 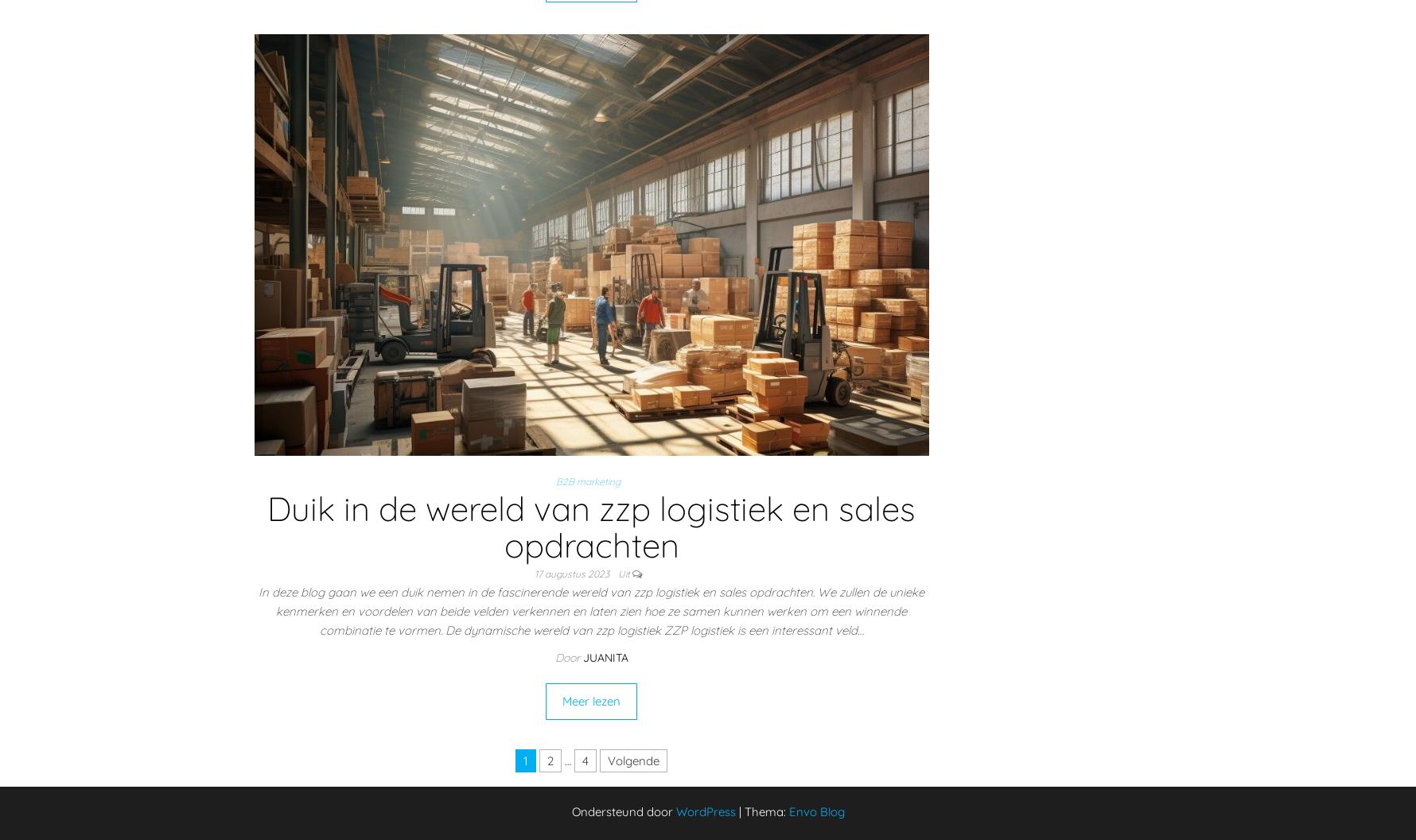 What do you see at coordinates (741, 811) in the screenshot?
I see `'|'` at bounding box center [741, 811].